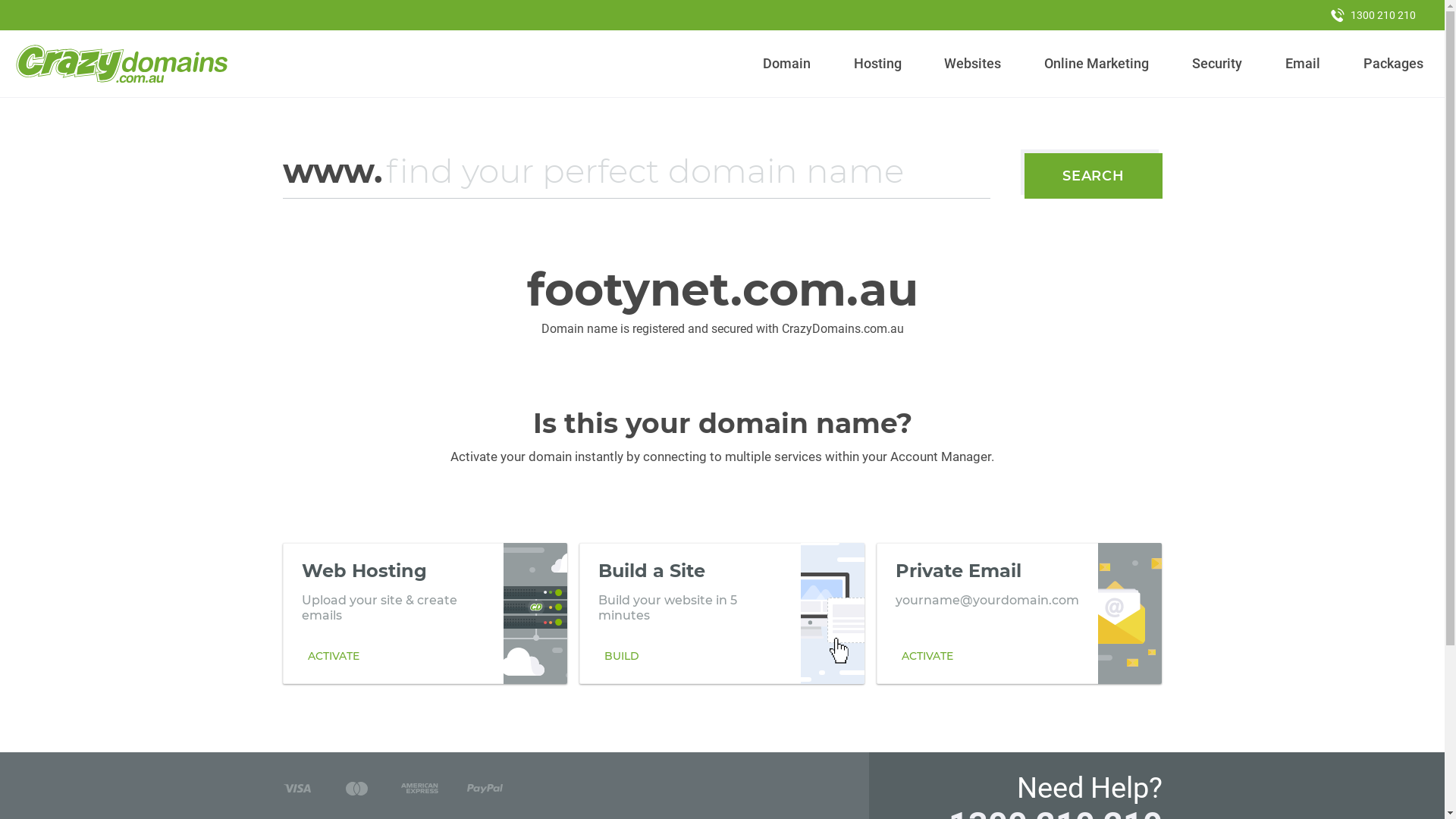 The image size is (1456, 819). Describe the element at coordinates (877, 63) in the screenshot. I see `'Hosting'` at that location.